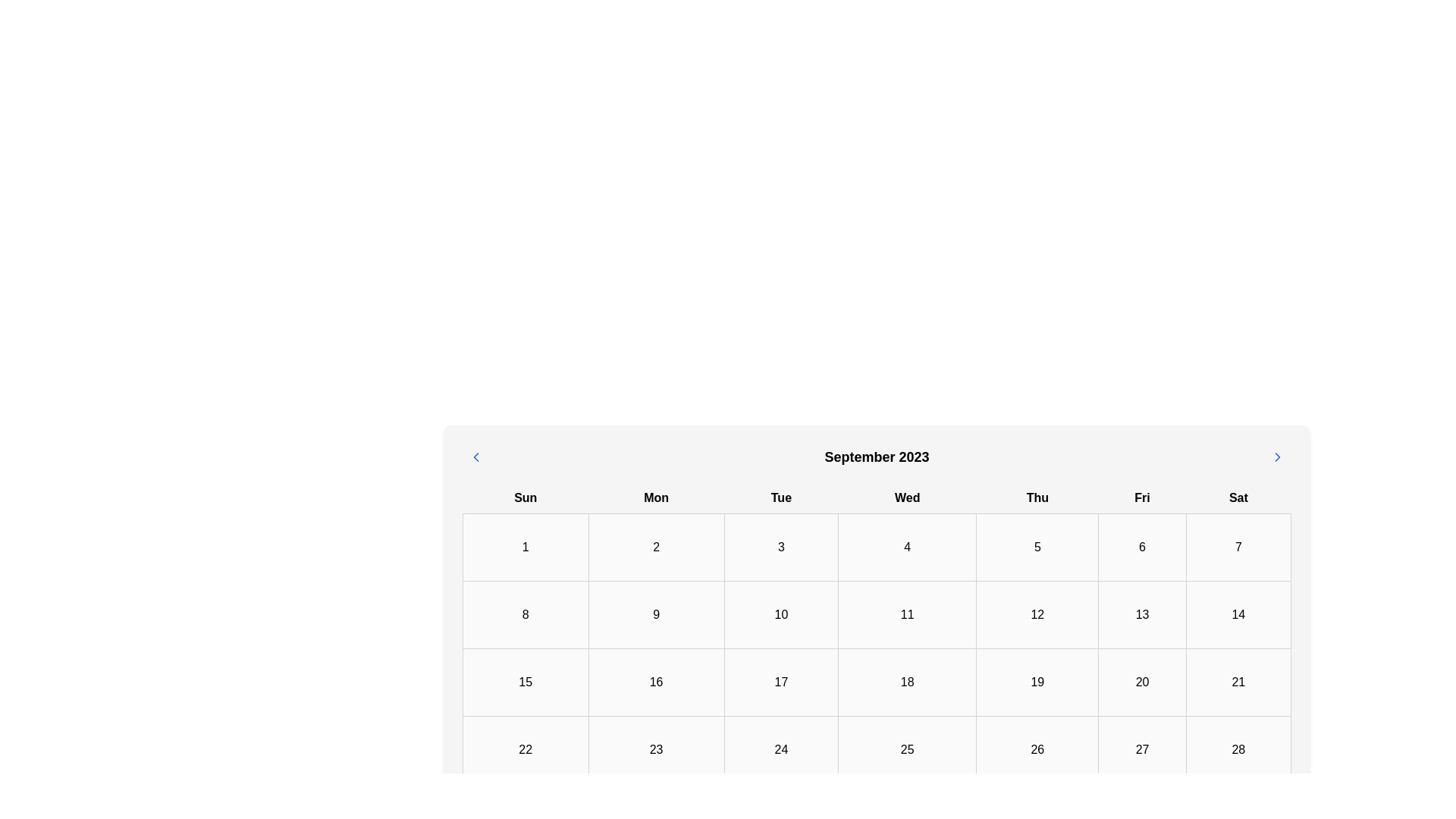 This screenshot has width=1456, height=819. Describe the element at coordinates (1238, 748) in the screenshot. I see `the calendar date cell displaying the number '28' to change its background color to a bluish tint` at that location.